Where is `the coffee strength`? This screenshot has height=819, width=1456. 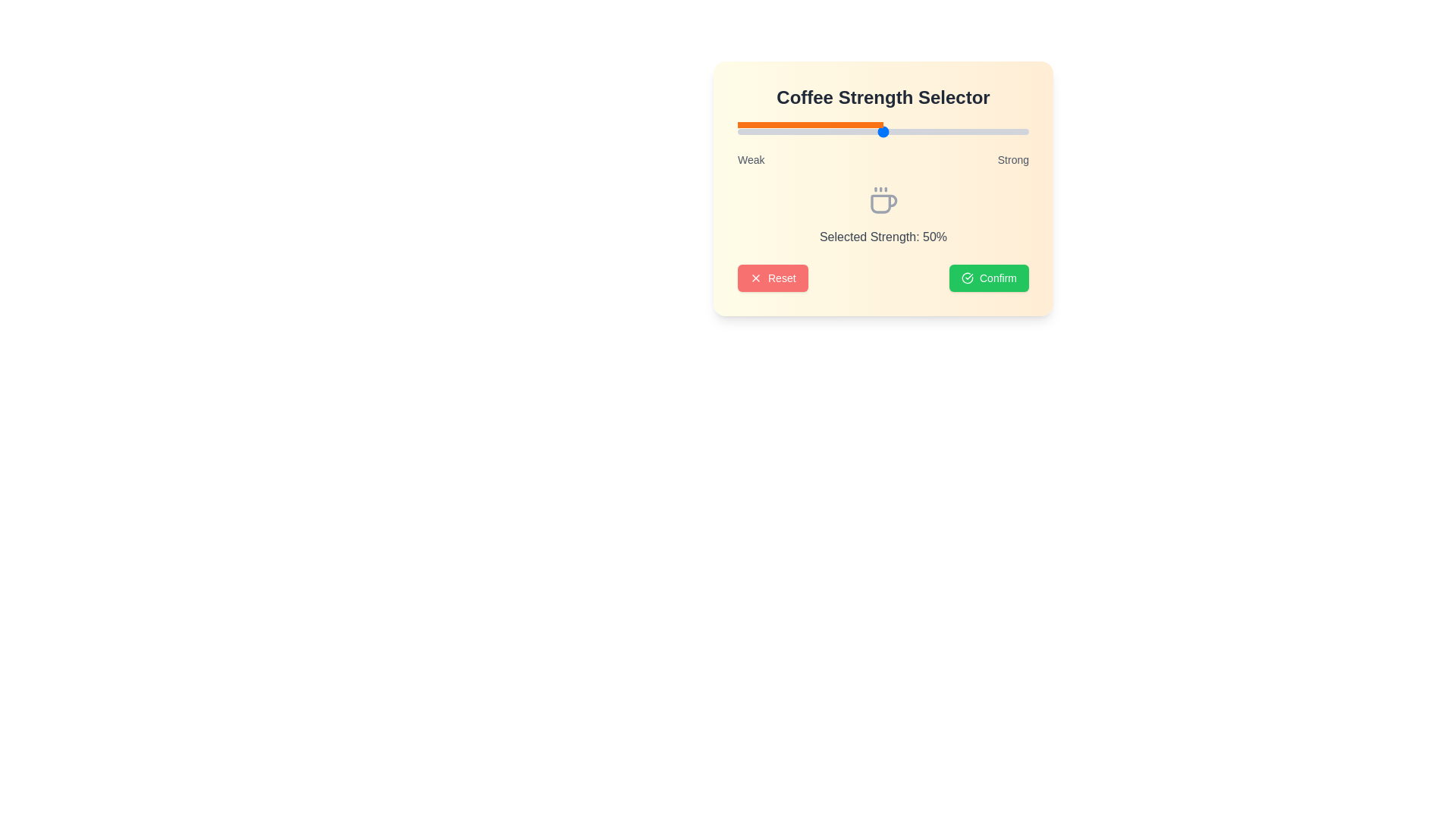
the coffee strength is located at coordinates (926, 130).